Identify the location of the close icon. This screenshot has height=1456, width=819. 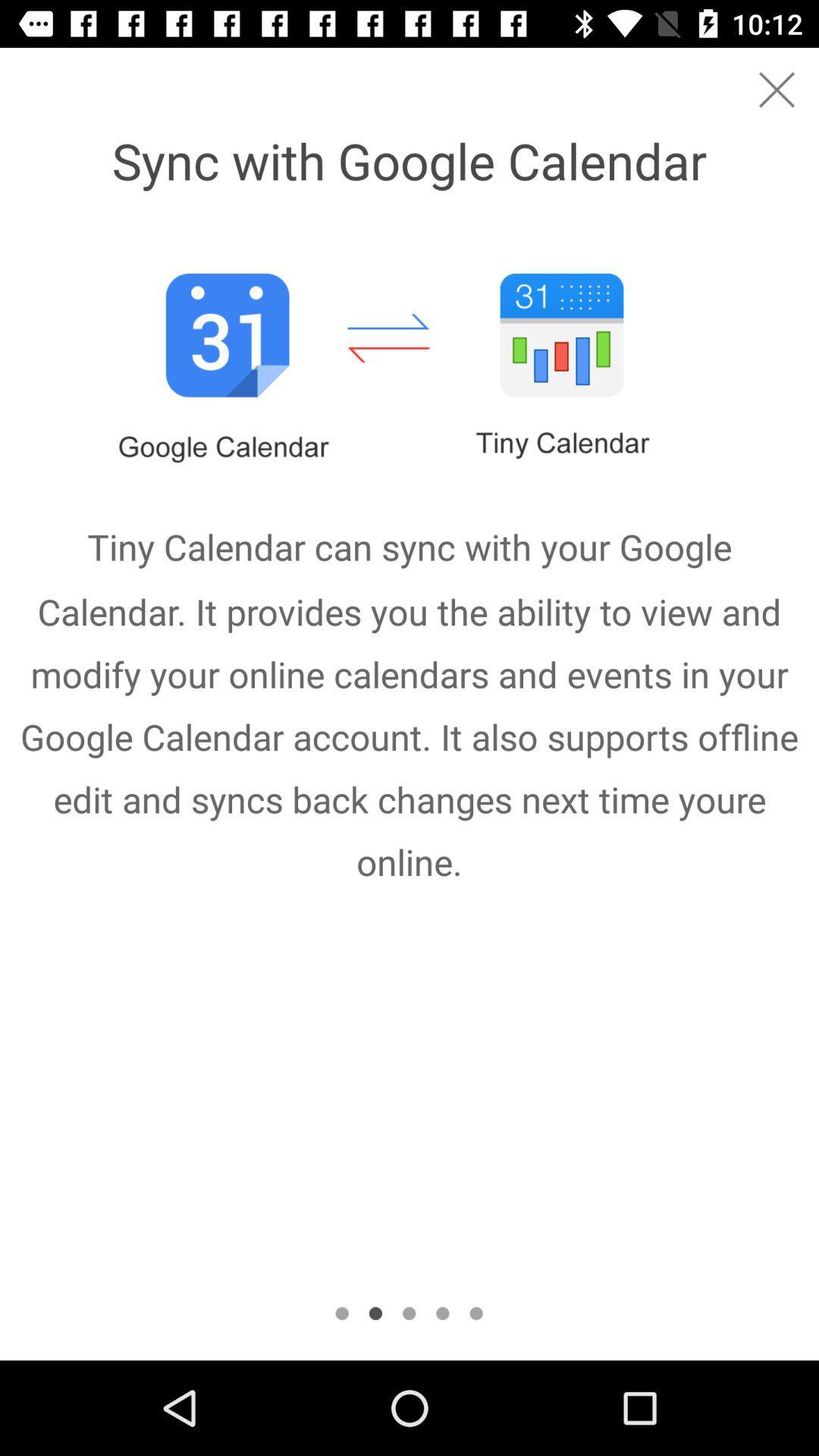
(777, 89).